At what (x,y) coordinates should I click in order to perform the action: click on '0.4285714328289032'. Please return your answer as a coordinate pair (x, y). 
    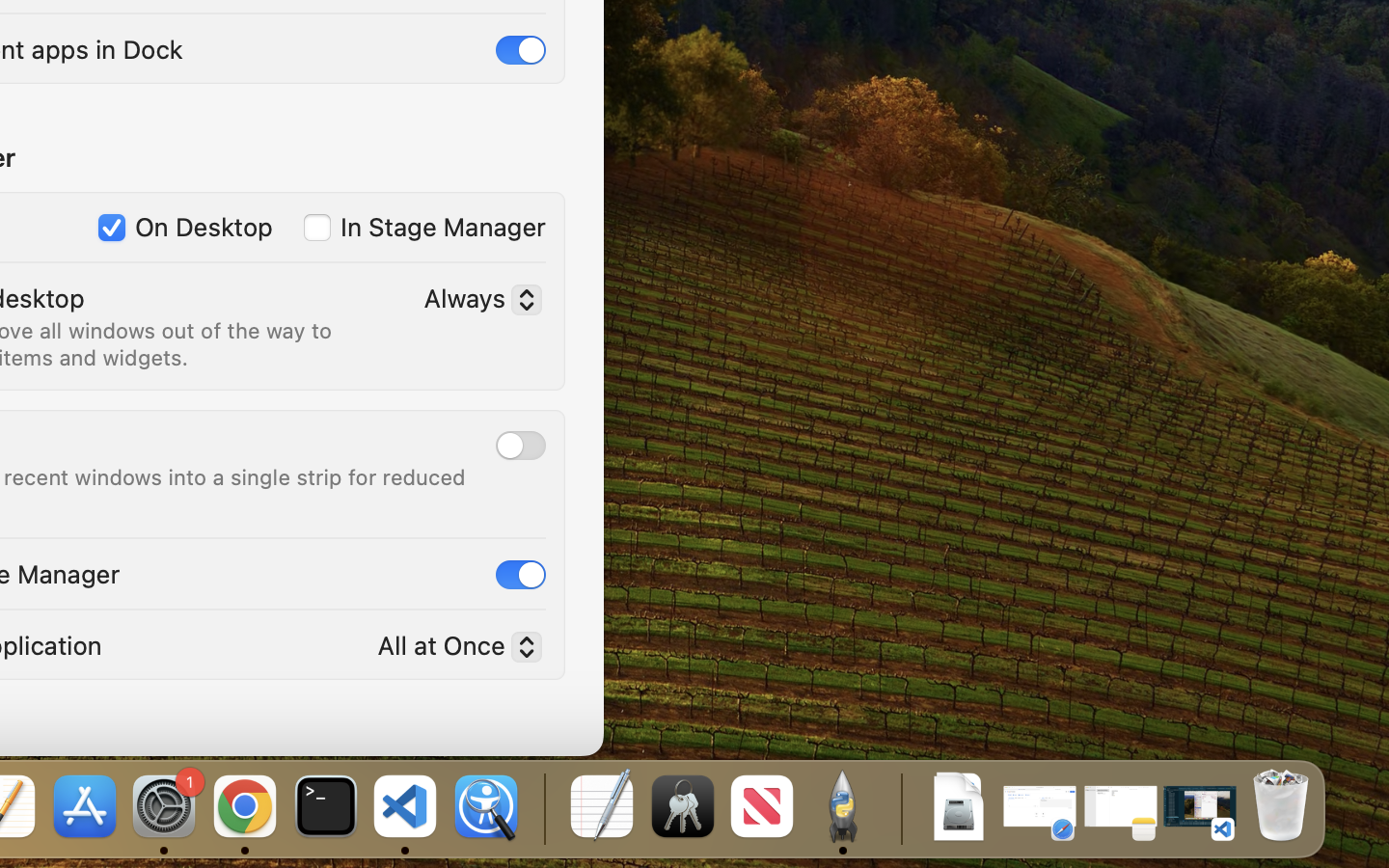
    Looking at the image, I should click on (542, 807).